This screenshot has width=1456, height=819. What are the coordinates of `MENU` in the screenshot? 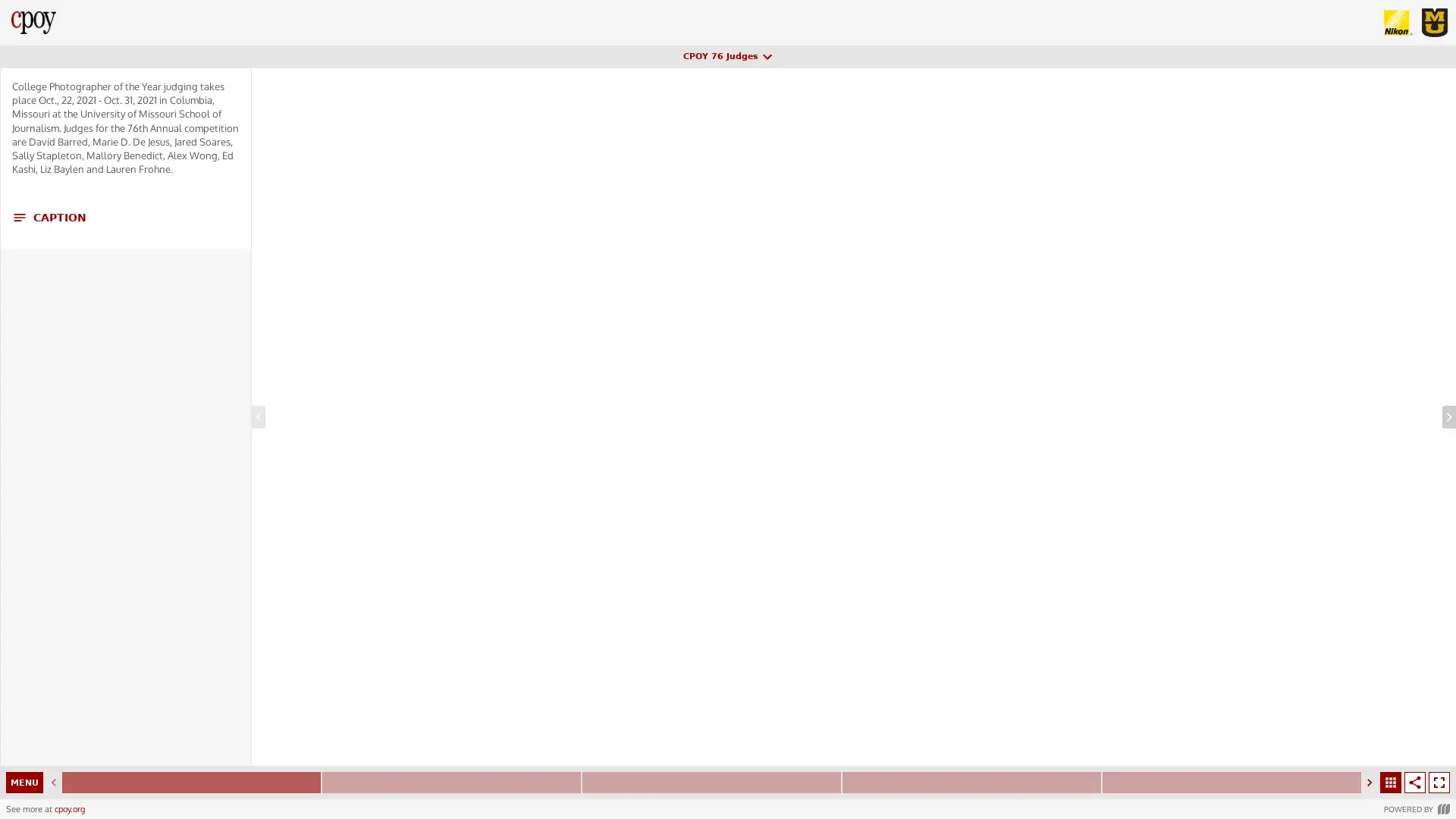 It's located at (26, 783).